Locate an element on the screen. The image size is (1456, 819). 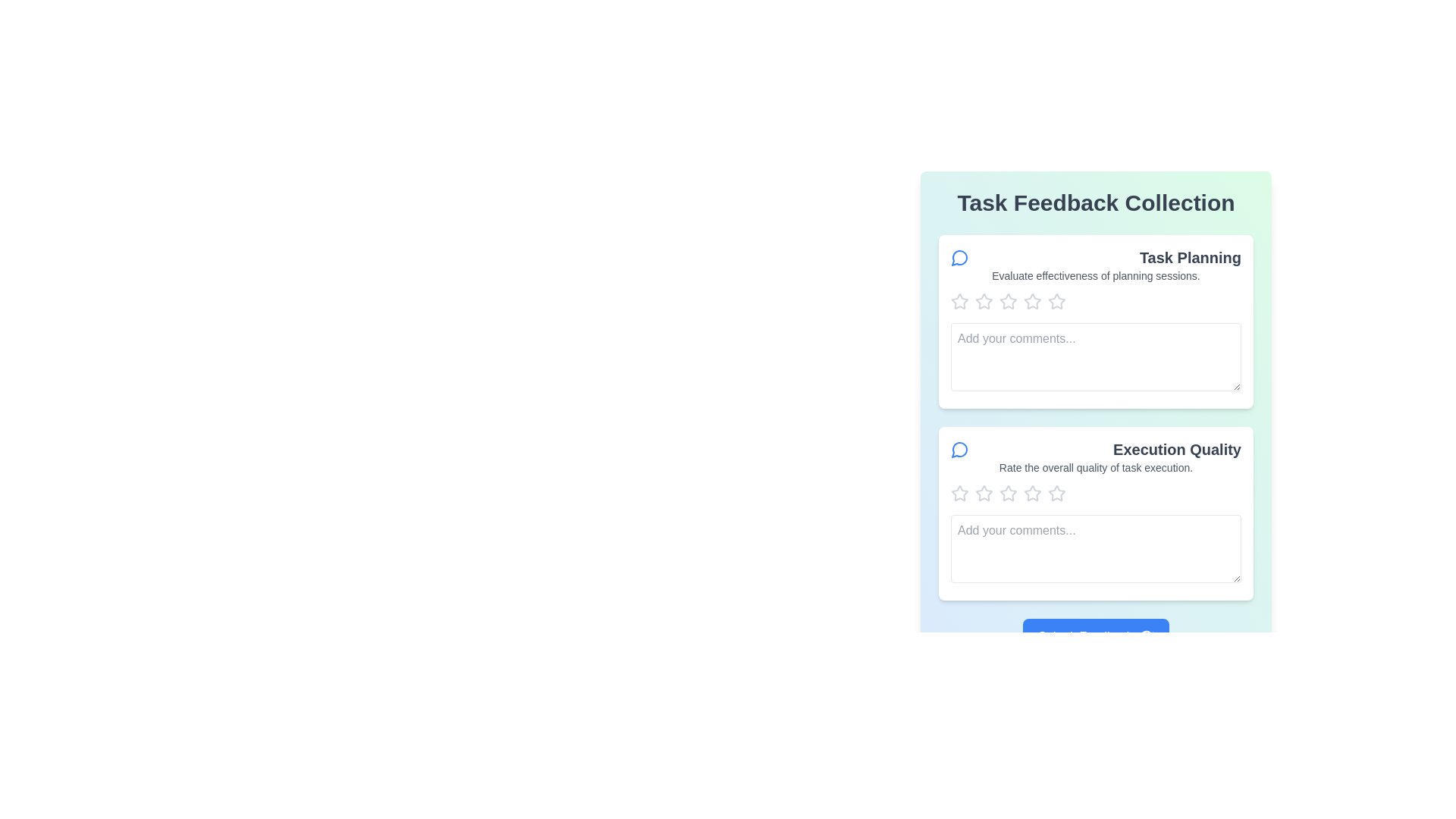
the first star icon in the 5-star rating row under the 'Execution Quality' section is located at coordinates (959, 494).